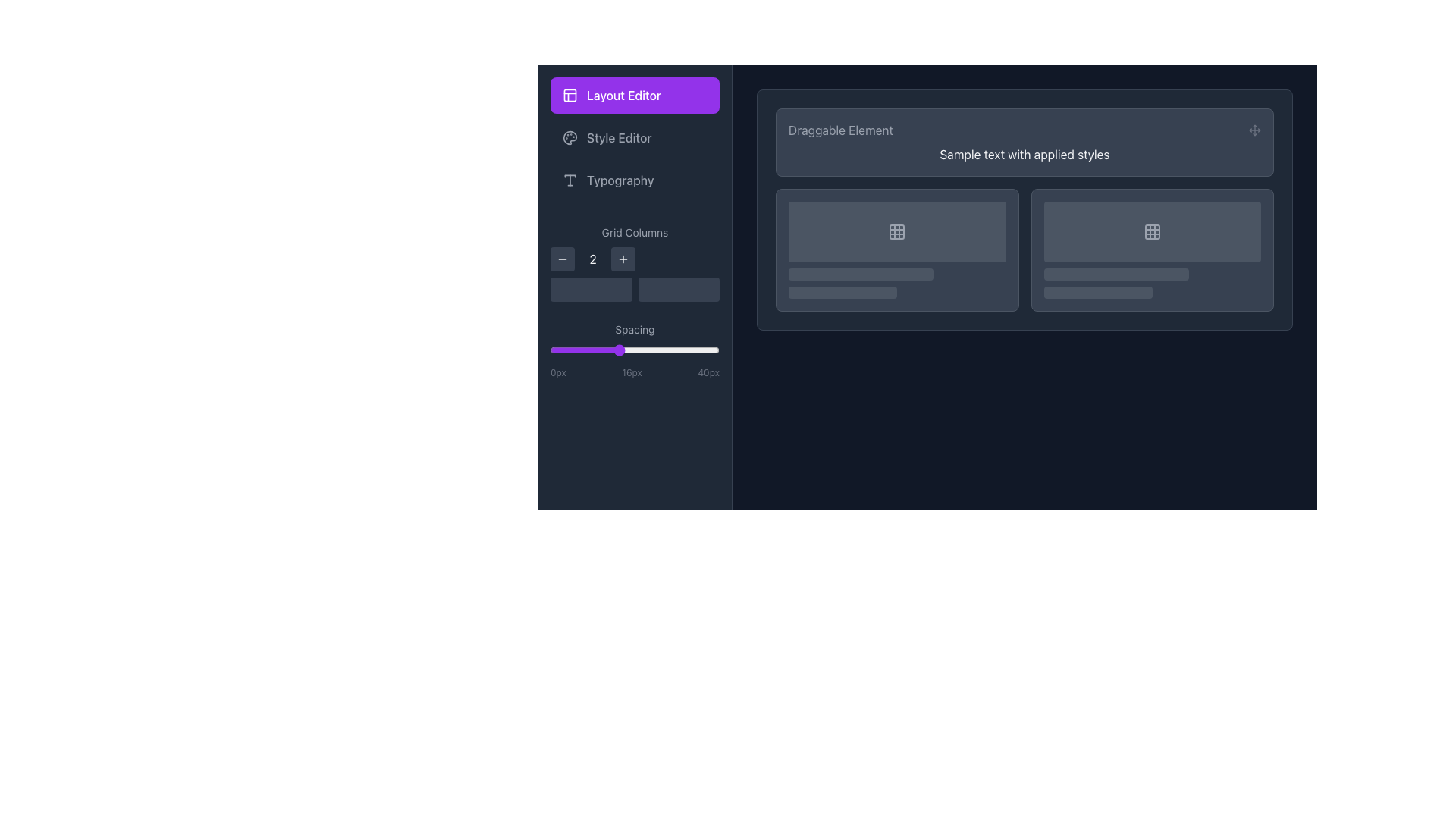  What do you see at coordinates (635, 137) in the screenshot?
I see `the 'Style Editor' button in the left sidebar` at bounding box center [635, 137].